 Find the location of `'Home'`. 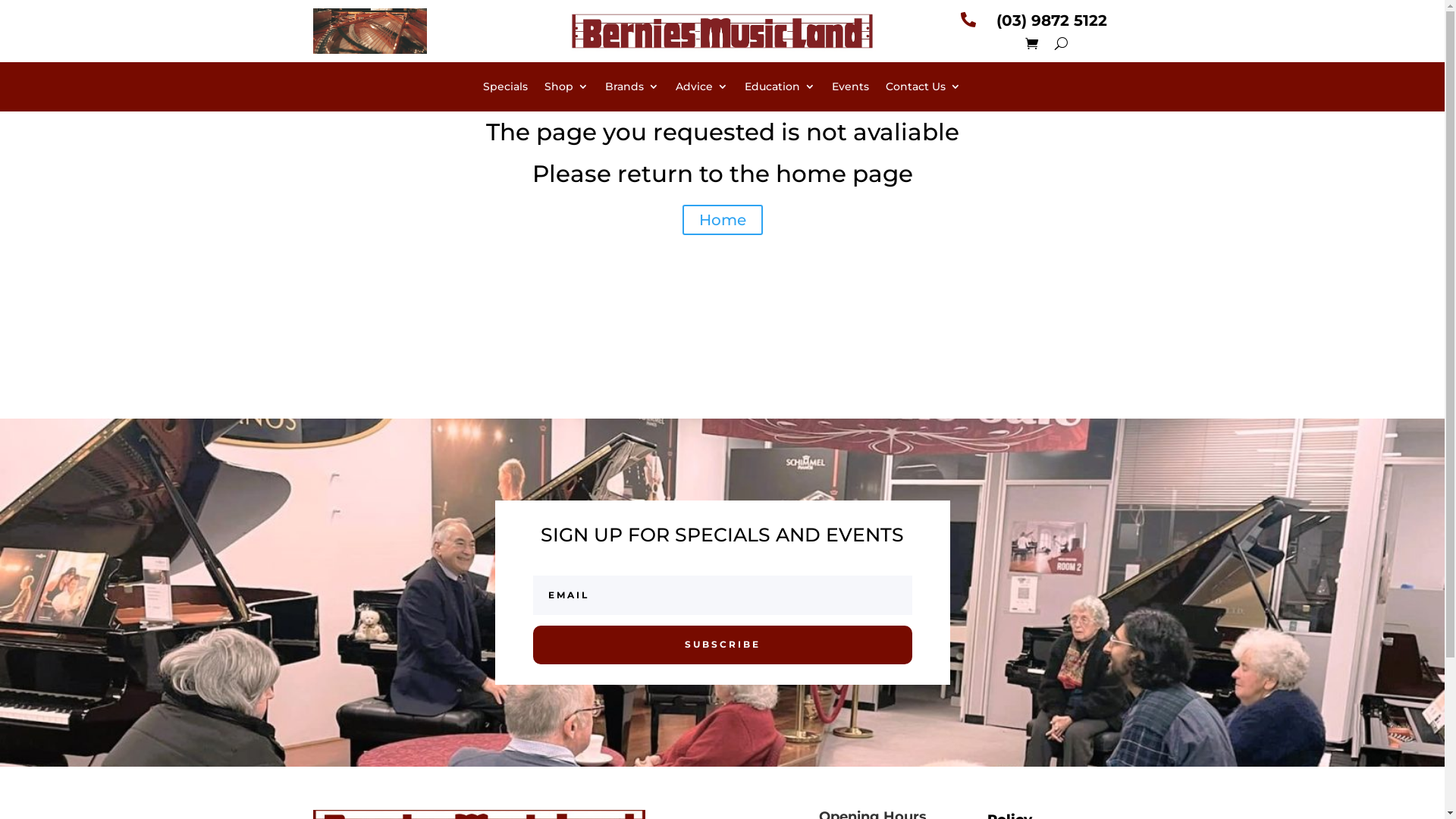

'Home' is located at coordinates (722, 219).